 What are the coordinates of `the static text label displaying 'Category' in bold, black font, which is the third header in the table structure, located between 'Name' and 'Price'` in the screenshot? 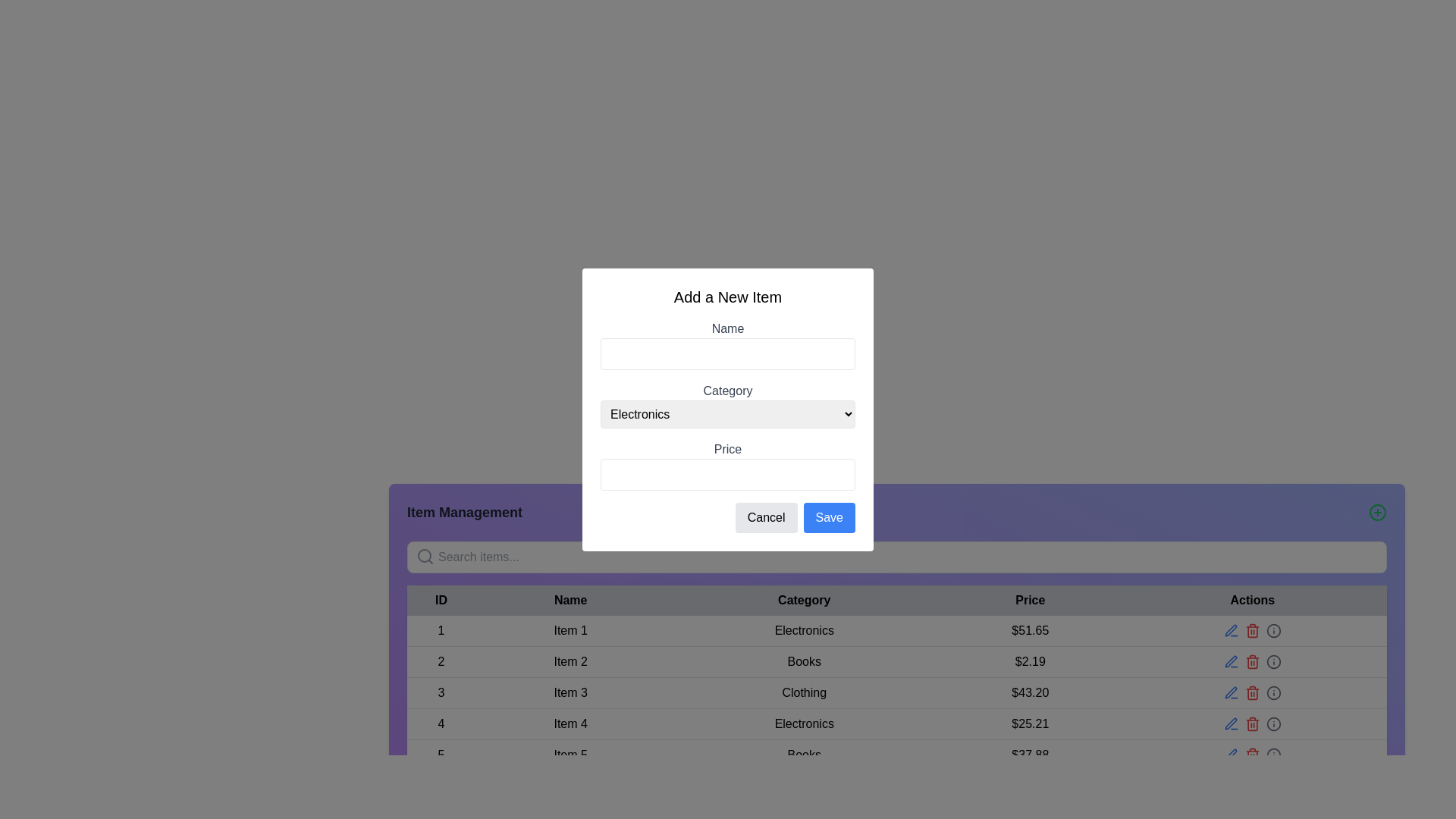 It's located at (803, 599).